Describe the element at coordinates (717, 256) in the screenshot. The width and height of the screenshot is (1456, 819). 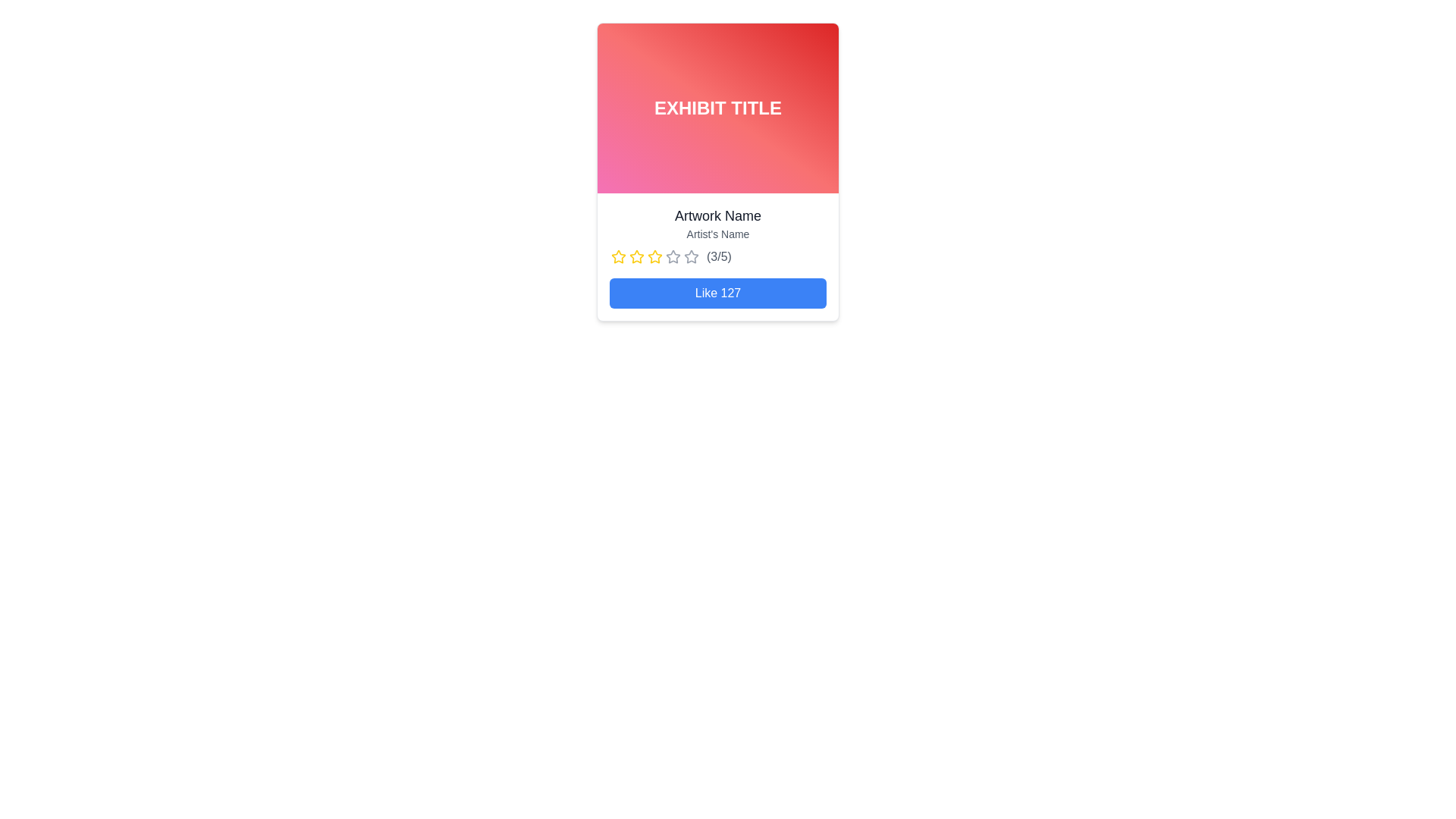
I see `the Text label that displays the current rating for the artwork, positioned below 'Artist's Name' and above the 'Like 127' button, and immediately to the right of the star rating icons` at that location.